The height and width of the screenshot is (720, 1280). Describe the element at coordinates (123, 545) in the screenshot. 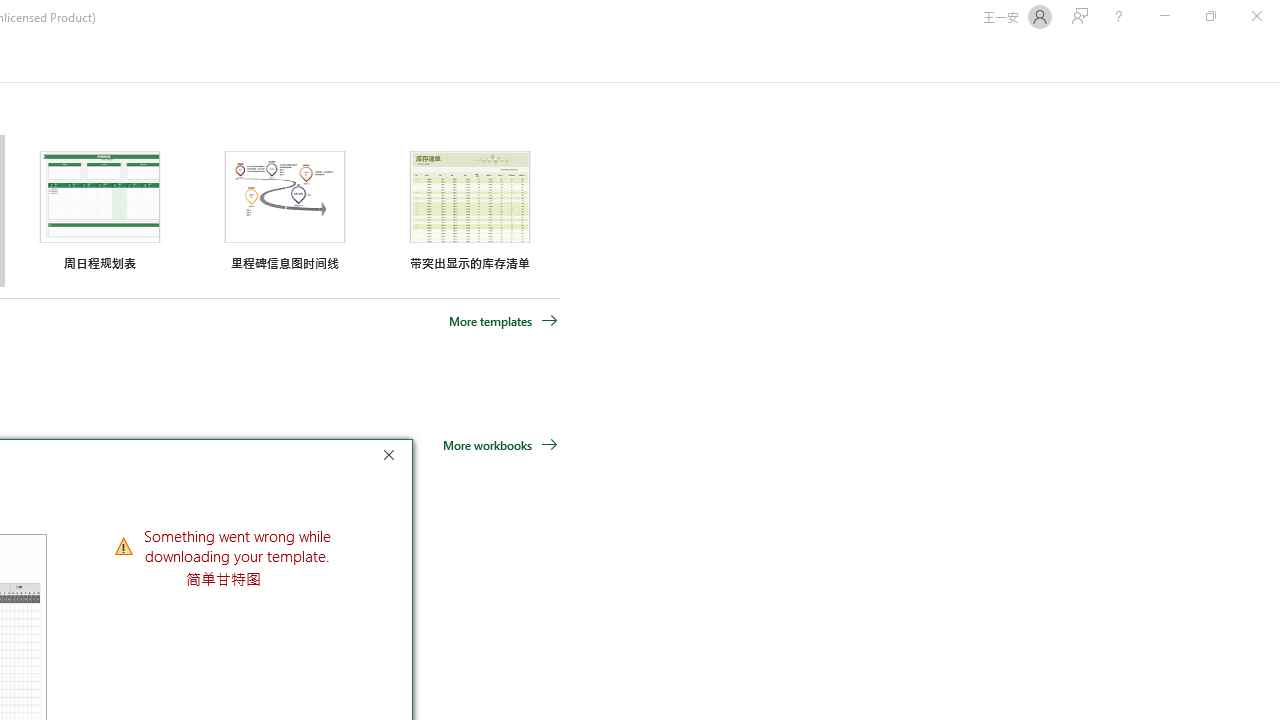

I see `'Class: NetUIImage'` at that location.